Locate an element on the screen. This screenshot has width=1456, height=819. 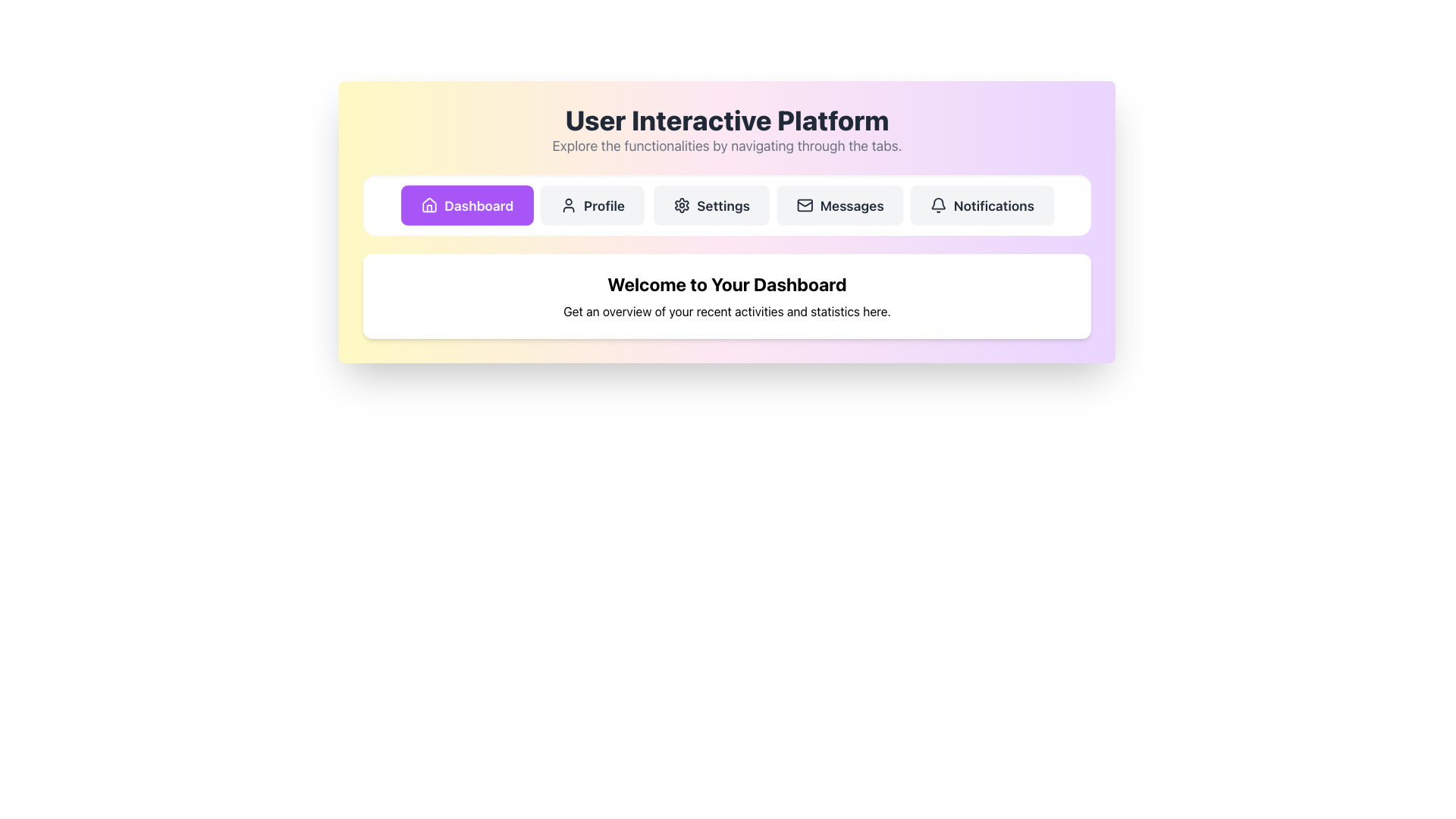
the cogwheel-shaped settings icon located to the left of the 'Settings' text in the navigation bar is located at coordinates (681, 205).